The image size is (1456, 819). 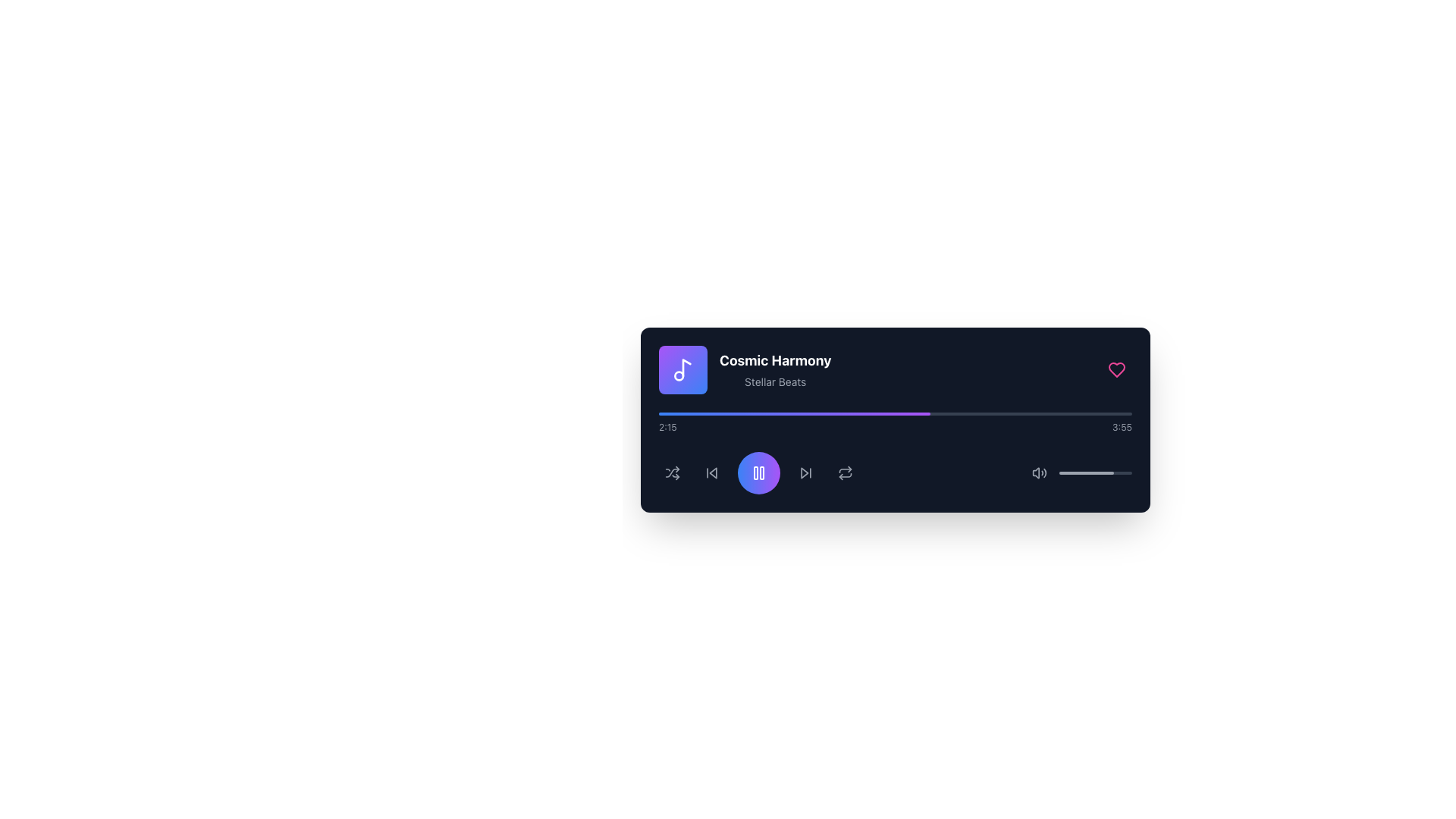 What do you see at coordinates (756, 472) in the screenshot?
I see `the left bar of the pause icon, which is a vertical rectangle located inside a circular button at the center of the media player interface` at bounding box center [756, 472].